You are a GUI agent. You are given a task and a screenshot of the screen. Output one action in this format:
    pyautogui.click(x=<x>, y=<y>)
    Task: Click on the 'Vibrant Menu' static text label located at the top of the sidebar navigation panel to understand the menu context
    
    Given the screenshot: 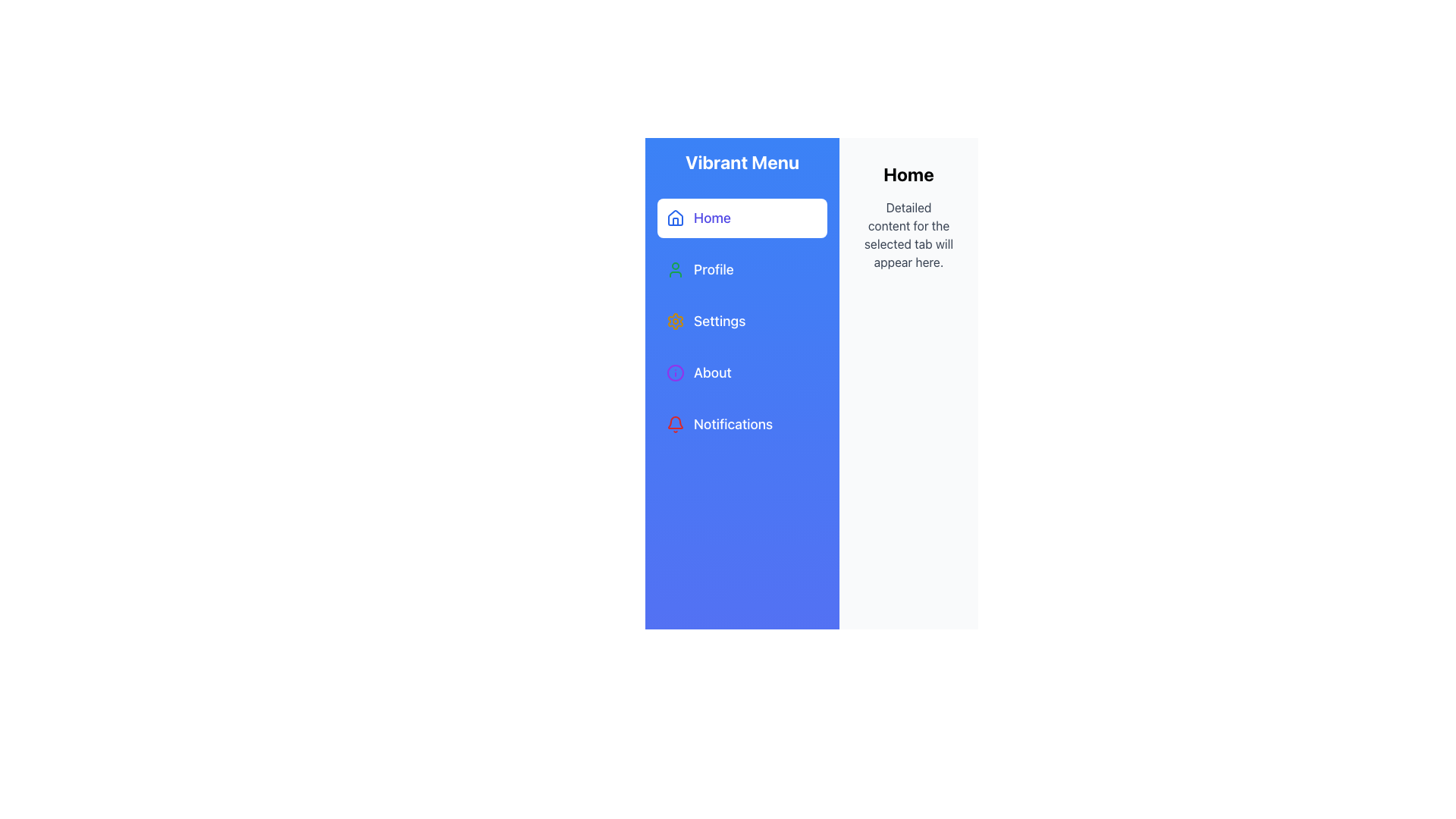 What is the action you would take?
    pyautogui.click(x=742, y=162)
    